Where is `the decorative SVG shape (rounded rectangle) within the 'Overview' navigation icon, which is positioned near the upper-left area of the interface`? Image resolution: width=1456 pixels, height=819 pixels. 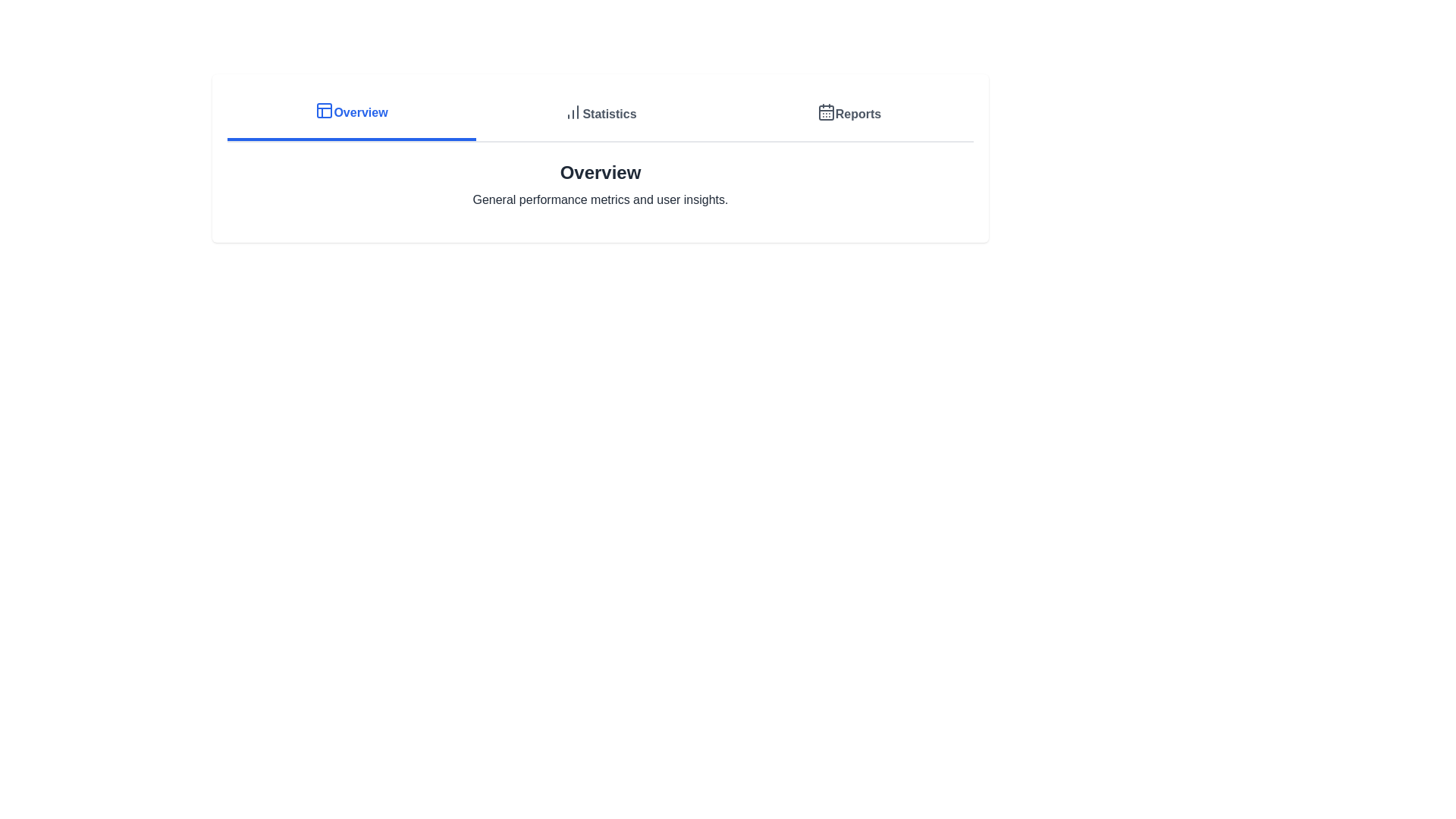
the decorative SVG shape (rounded rectangle) within the 'Overview' navigation icon, which is positioned near the upper-left area of the interface is located at coordinates (324, 110).